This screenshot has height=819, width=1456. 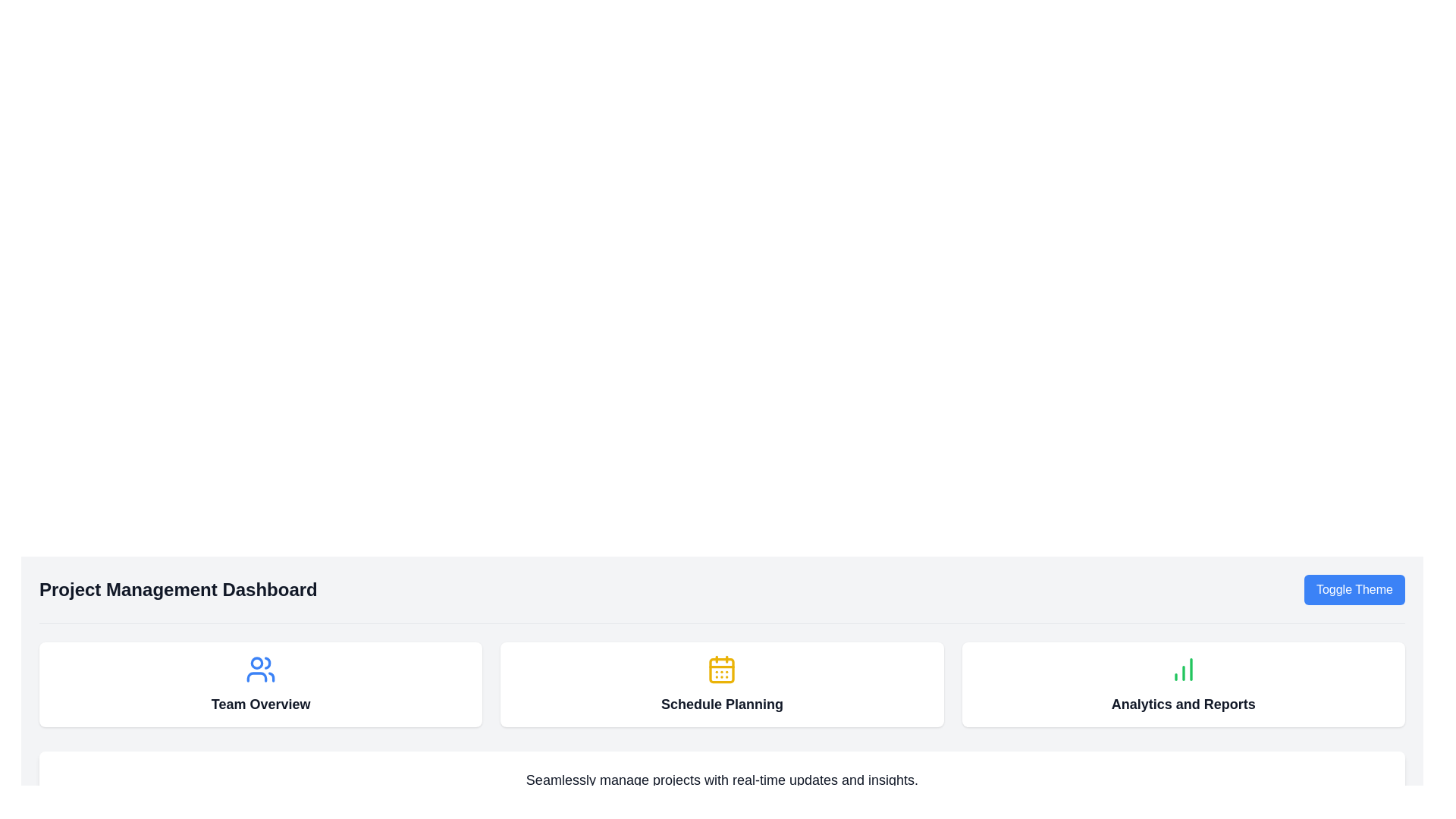 I want to click on static text label displaying 'Analytics and Reports', which is located in the bottom portion of the rightmost card among three horizontal cards, so click(x=1182, y=704).